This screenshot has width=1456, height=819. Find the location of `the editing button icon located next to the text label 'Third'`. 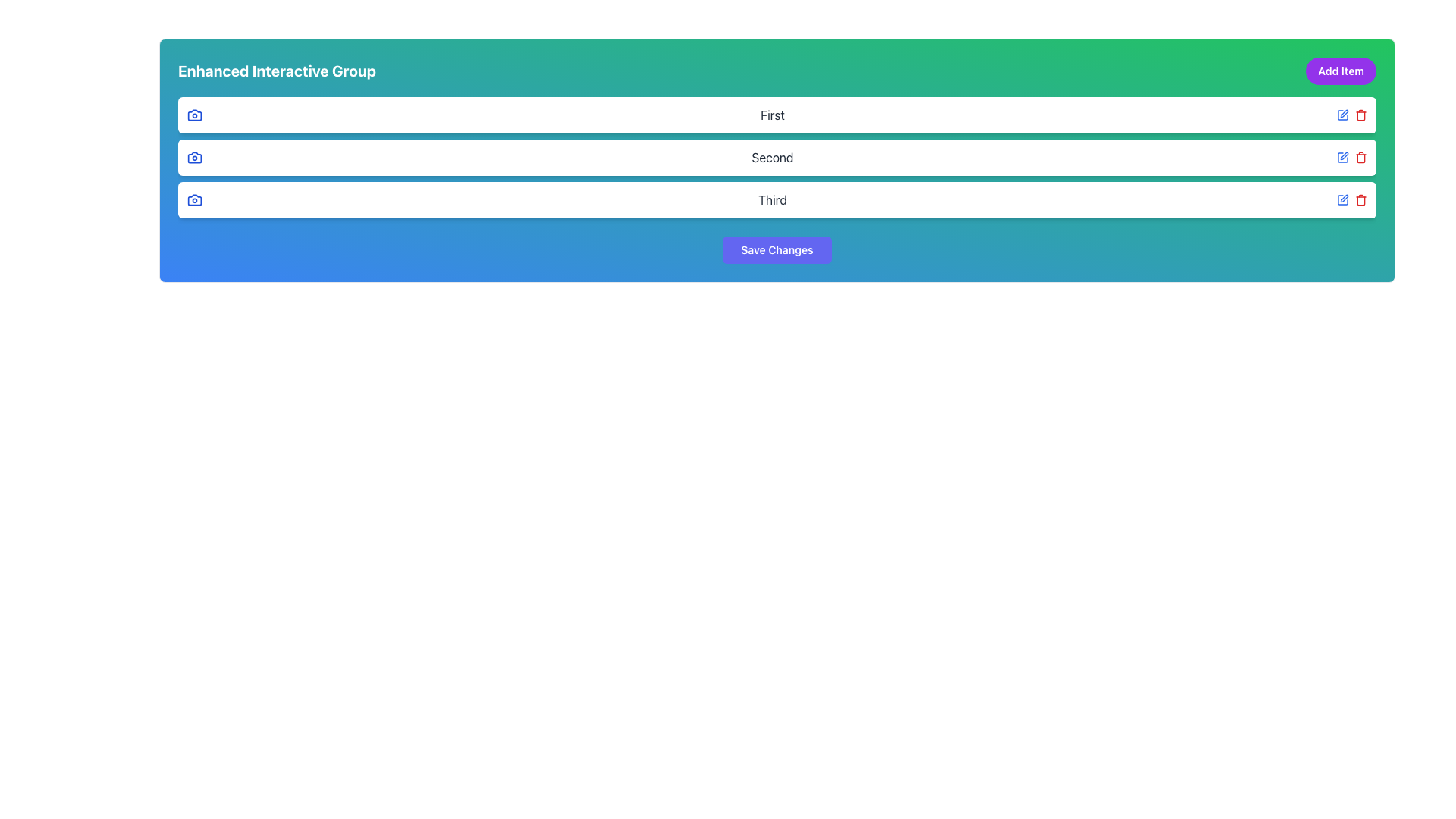

the editing button icon located next to the text label 'Third' is located at coordinates (1344, 198).